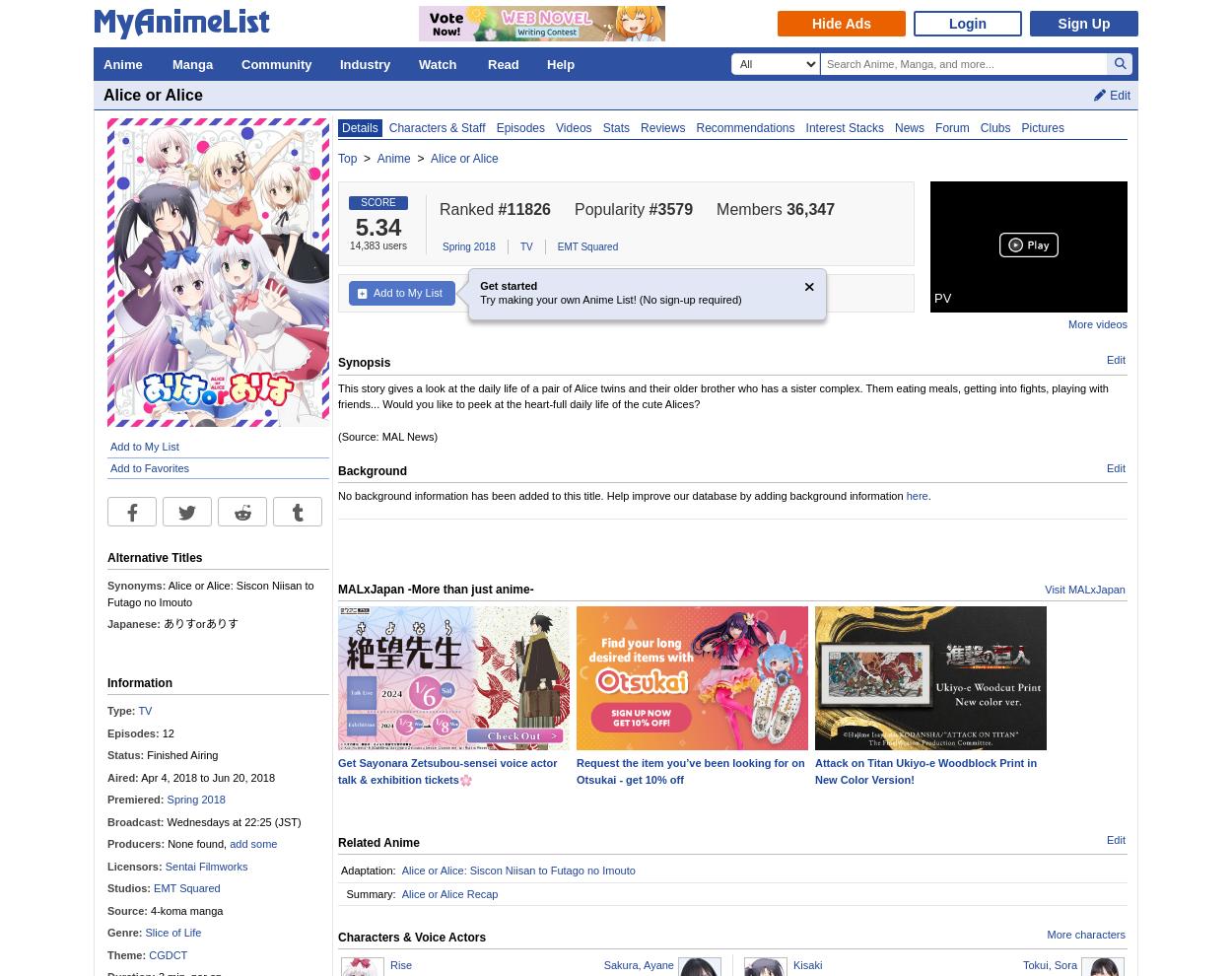  Describe the element at coordinates (106, 623) in the screenshot. I see `'Japanese:'` at that location.